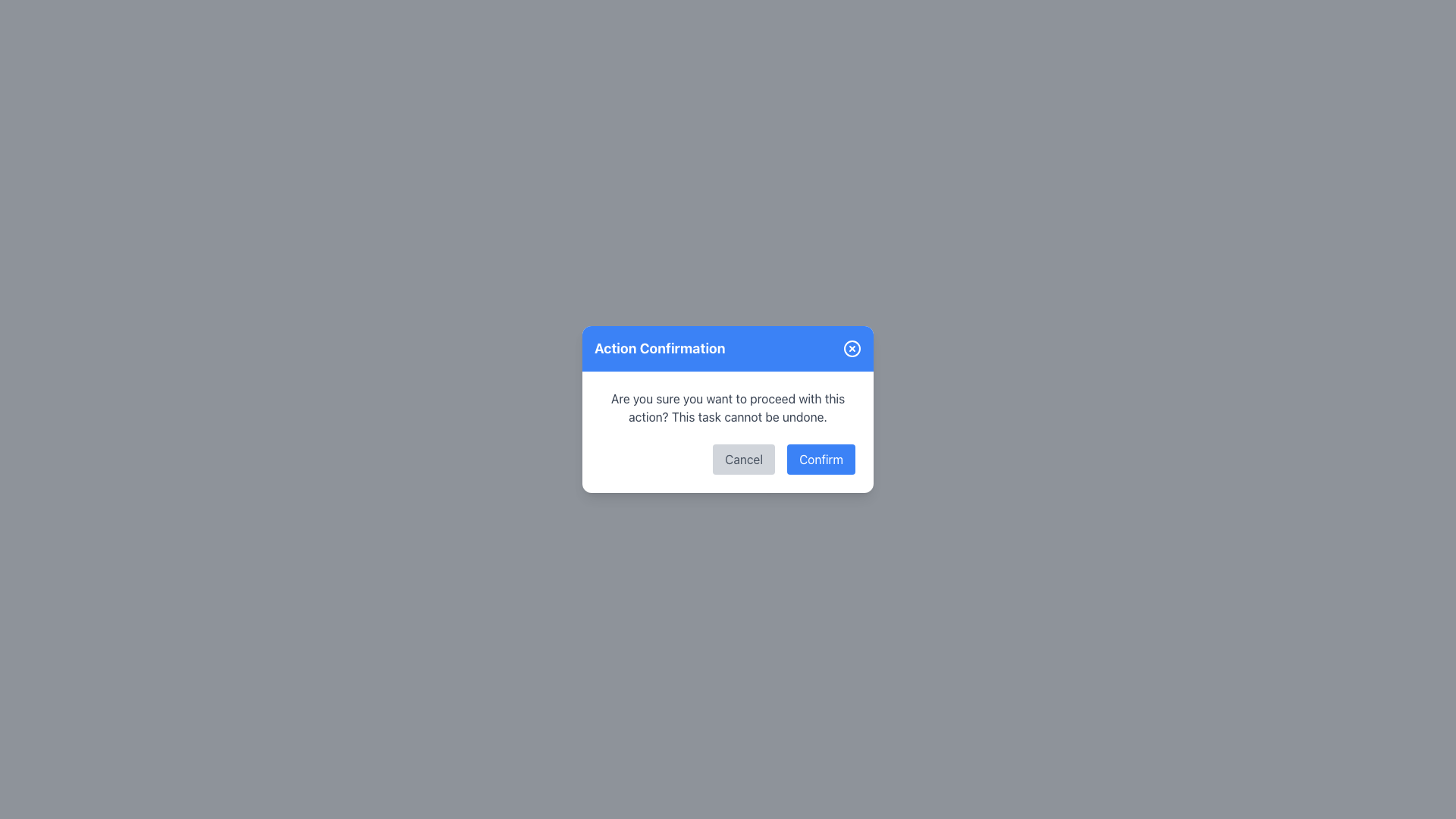 The height and width of the screenshot is (819, 1456). I want to click on the 'Cancel' button in the Confirmation Box, so click(728, 432).